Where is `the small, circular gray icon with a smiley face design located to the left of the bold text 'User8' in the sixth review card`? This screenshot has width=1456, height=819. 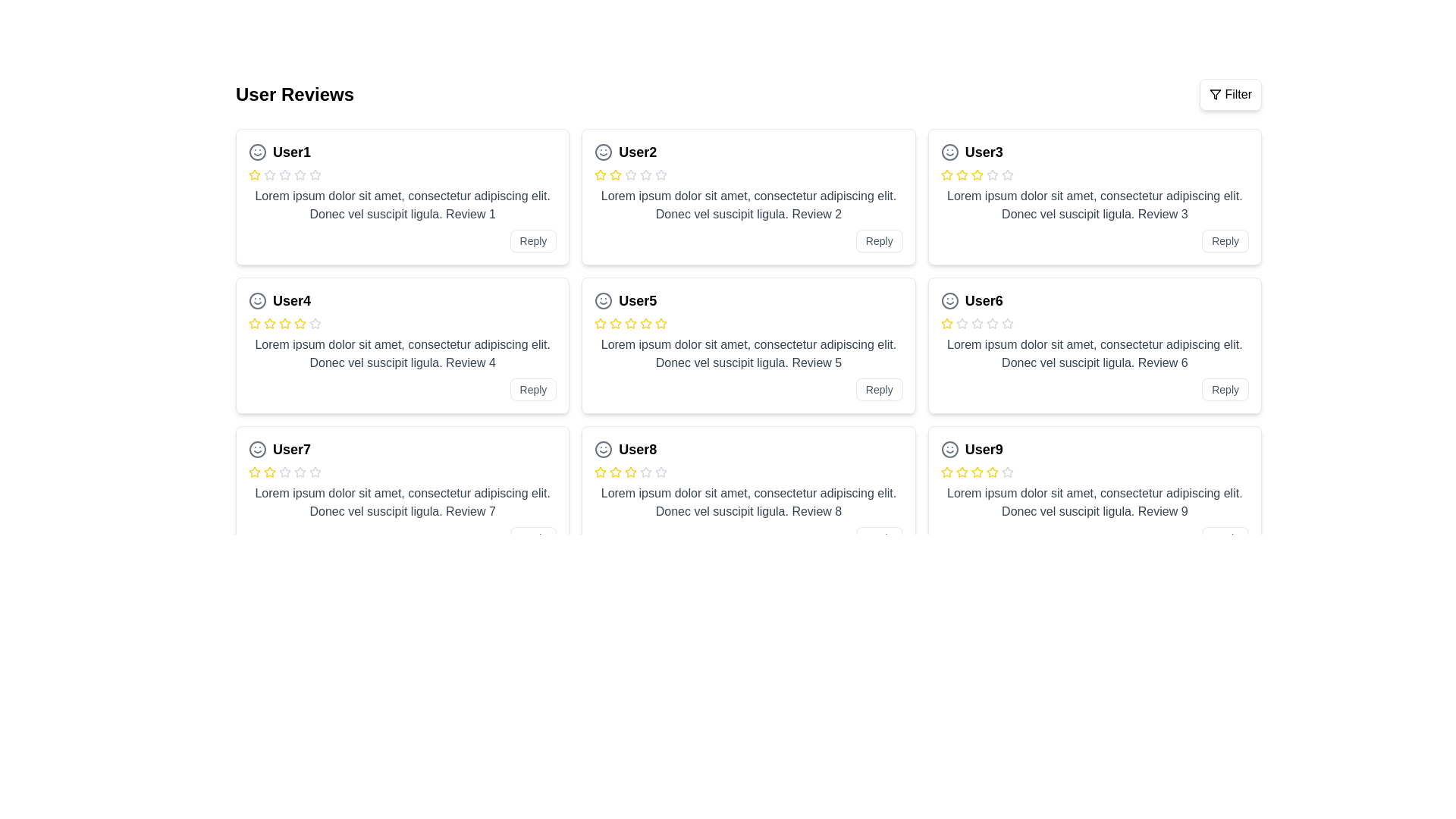 the small, circular gray icon with a smiley face design located to the left of the bold text 'User8' in the sixth review card is located at coordinates (603, 449).